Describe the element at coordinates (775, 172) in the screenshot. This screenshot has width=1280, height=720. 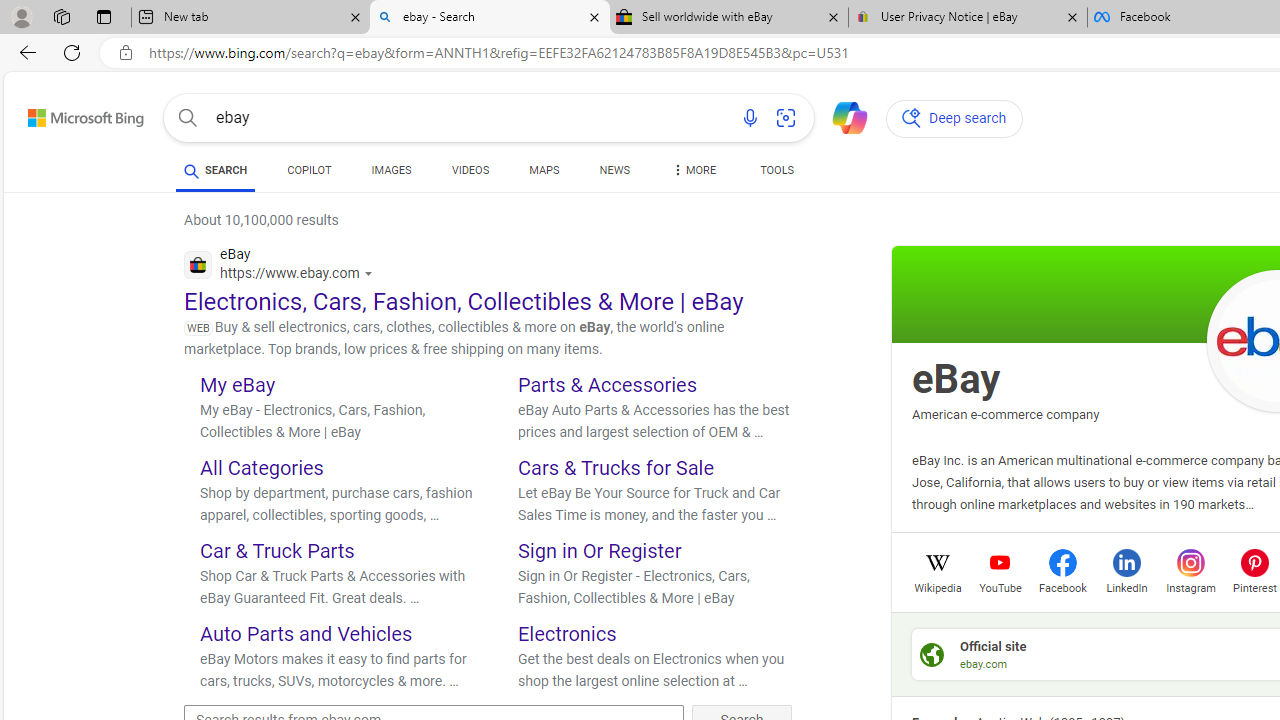
I see `'TOOLS'` at that location.